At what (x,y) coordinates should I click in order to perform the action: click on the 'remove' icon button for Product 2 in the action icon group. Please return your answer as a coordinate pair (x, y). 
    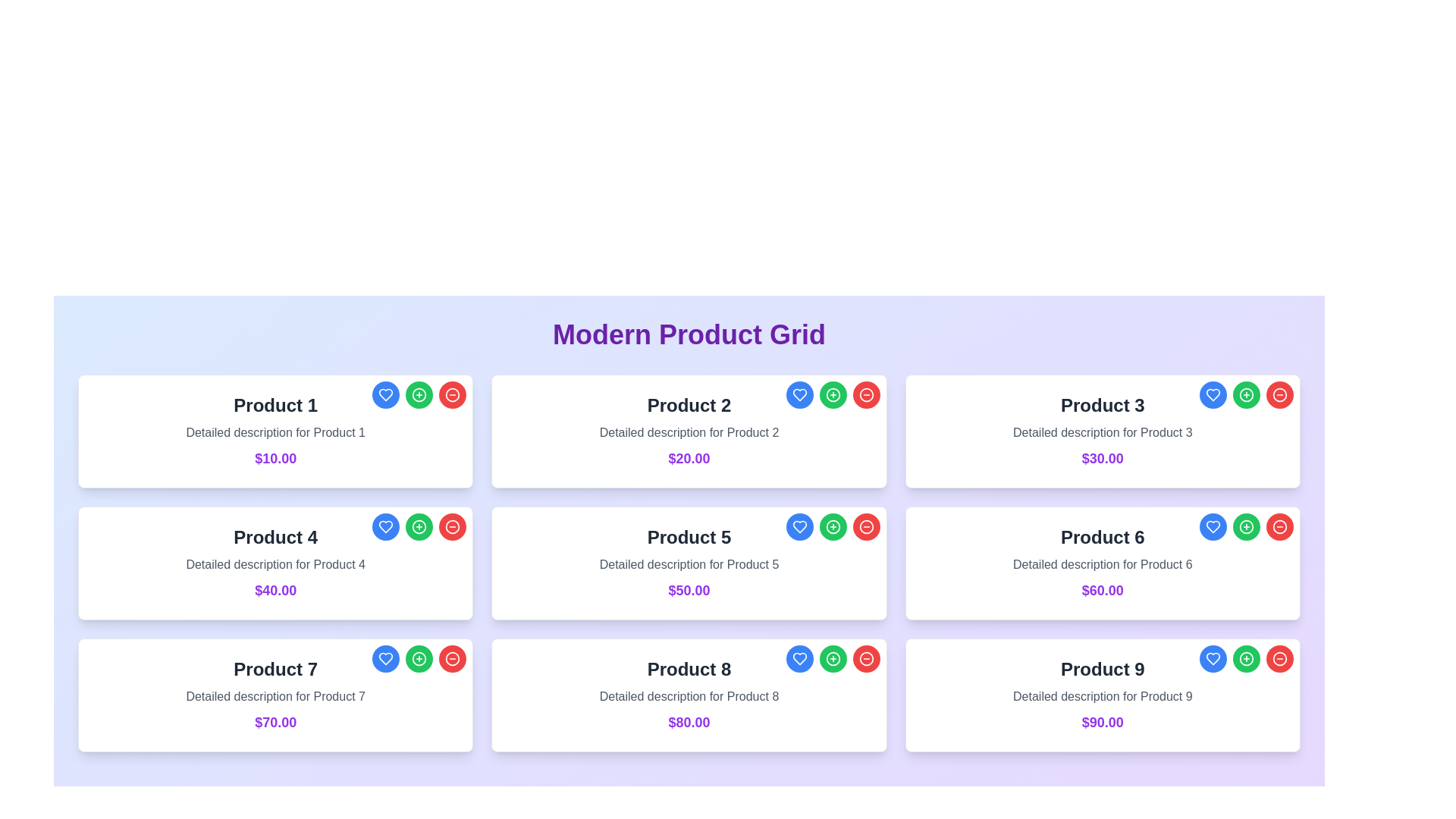
    Looking at the image, I should click on (866, 394).